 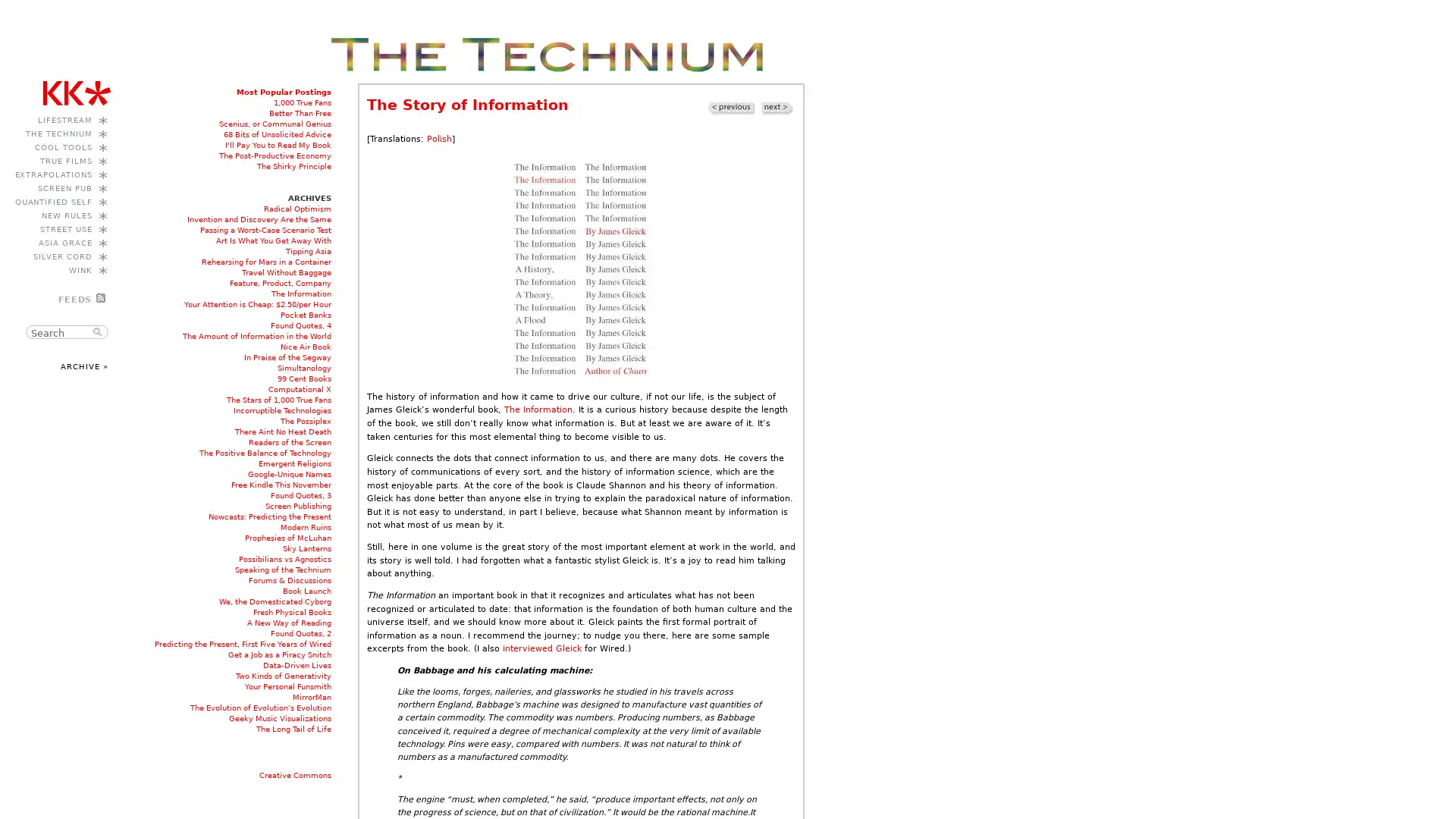 What do you see at coordinates (99, 331) in the screenshot?
I see `Submit` at bounding box center [99, 331].